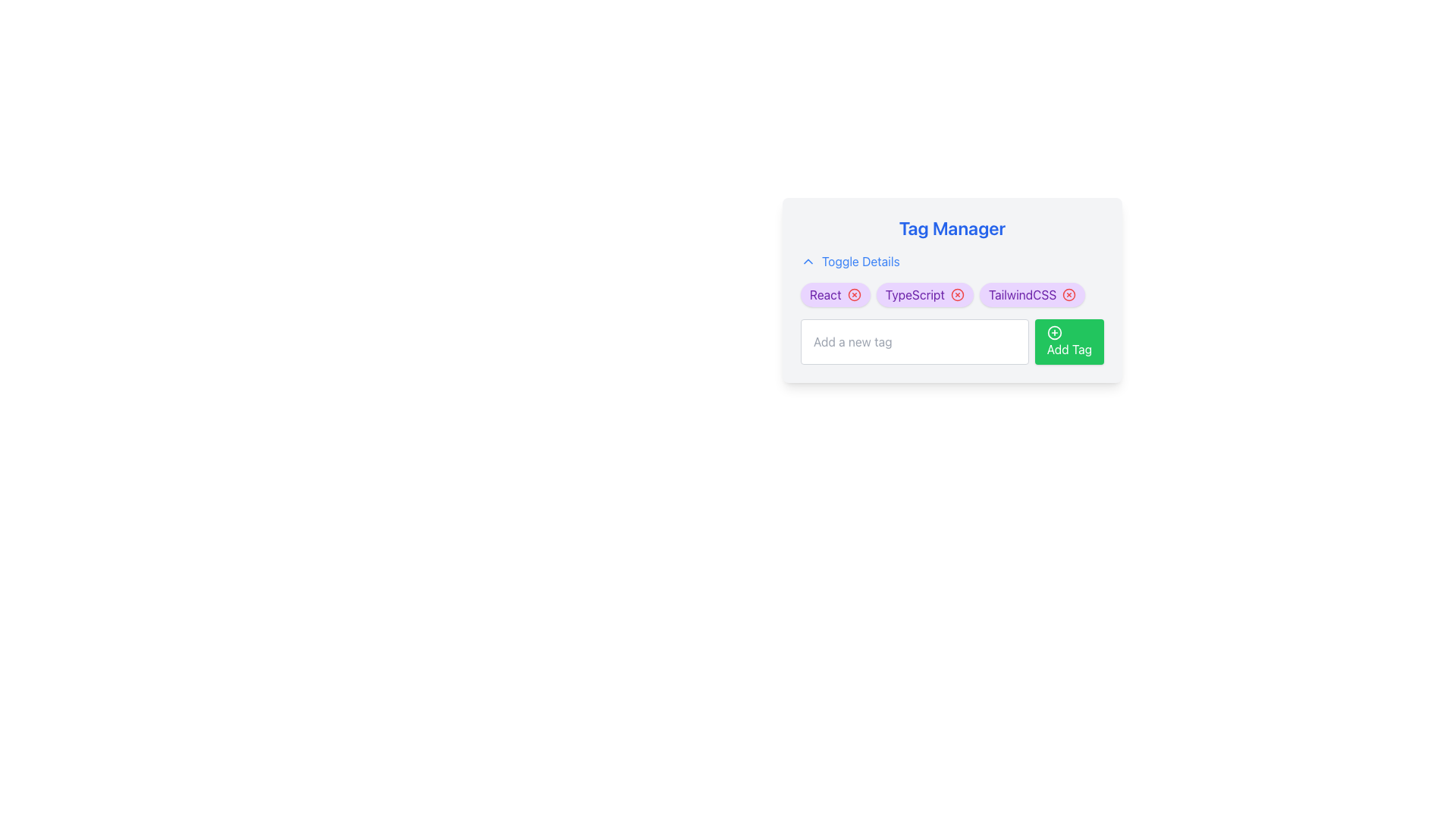  What do you see at coordinates (1068, 342) in the screenshot?
I see `the green 'Add Tag' button with a white plus sign icon, which has rounded corners and a shadow effect, indicating it supports drag interactions` at bounding box center [1068, 342].